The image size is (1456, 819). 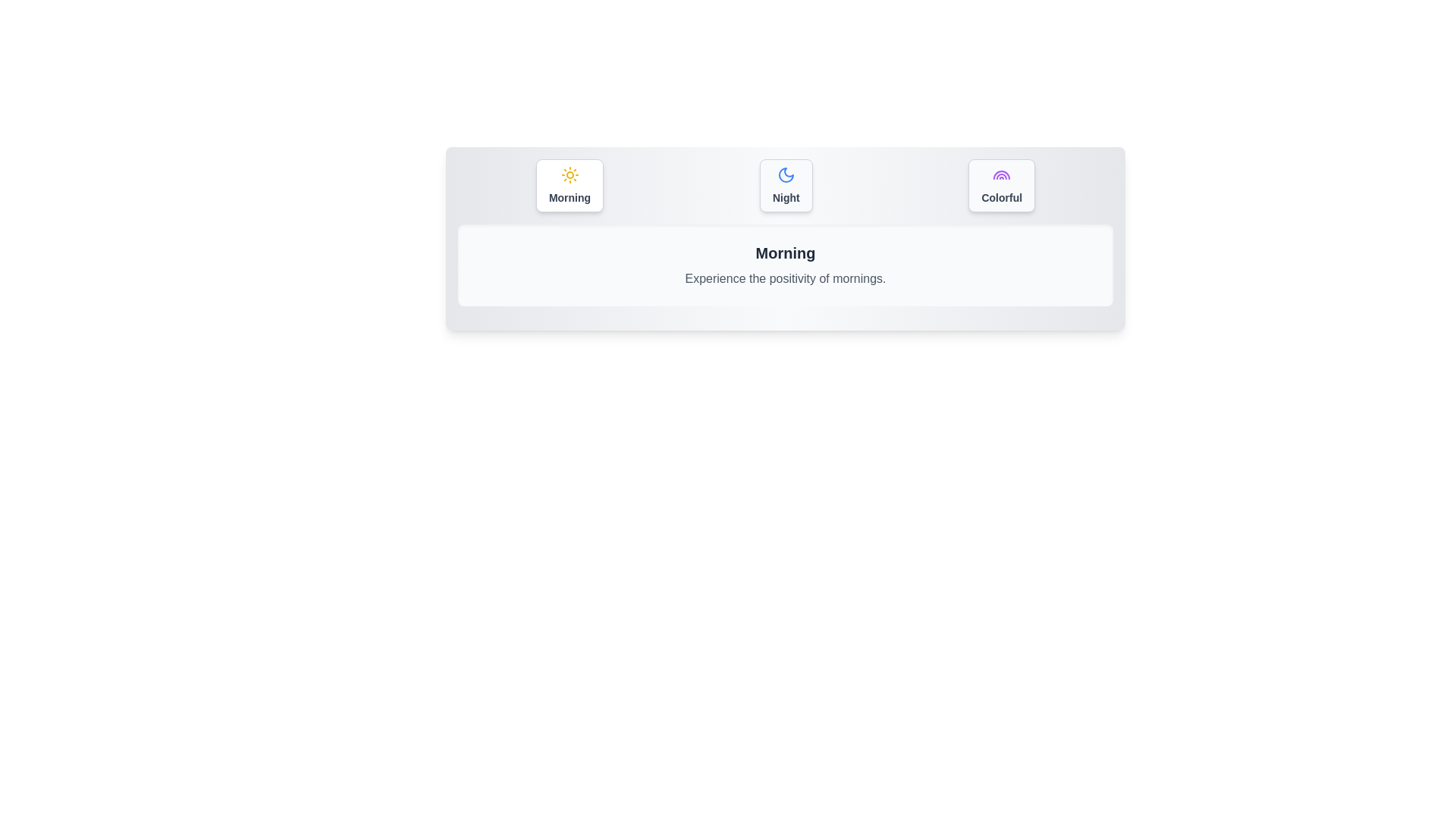 I want to click on the tab button labeled 'Night' to switch to that tab, so click(x=786, y=185).